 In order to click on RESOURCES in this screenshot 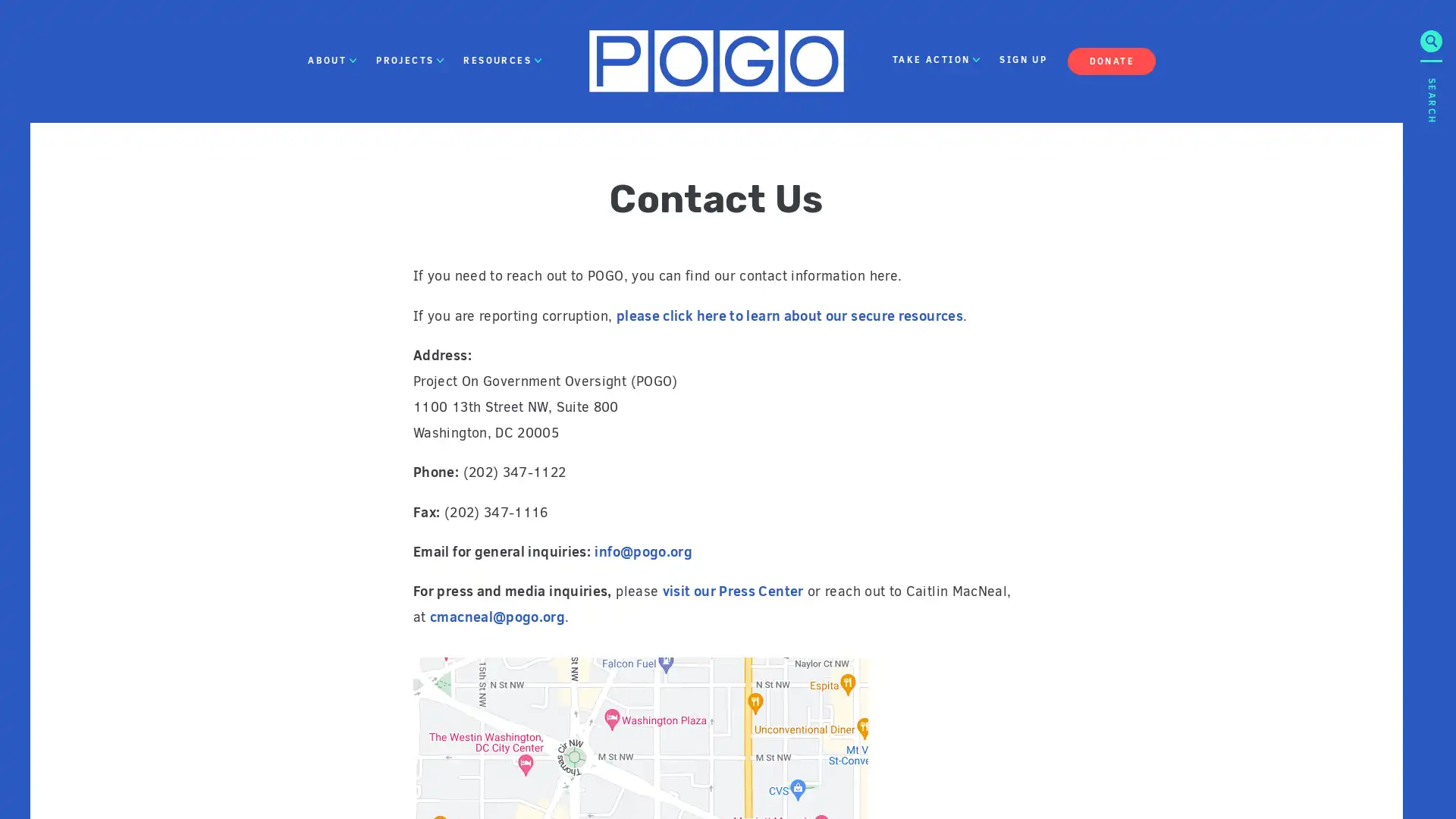, I will do `click(502, 60)`.